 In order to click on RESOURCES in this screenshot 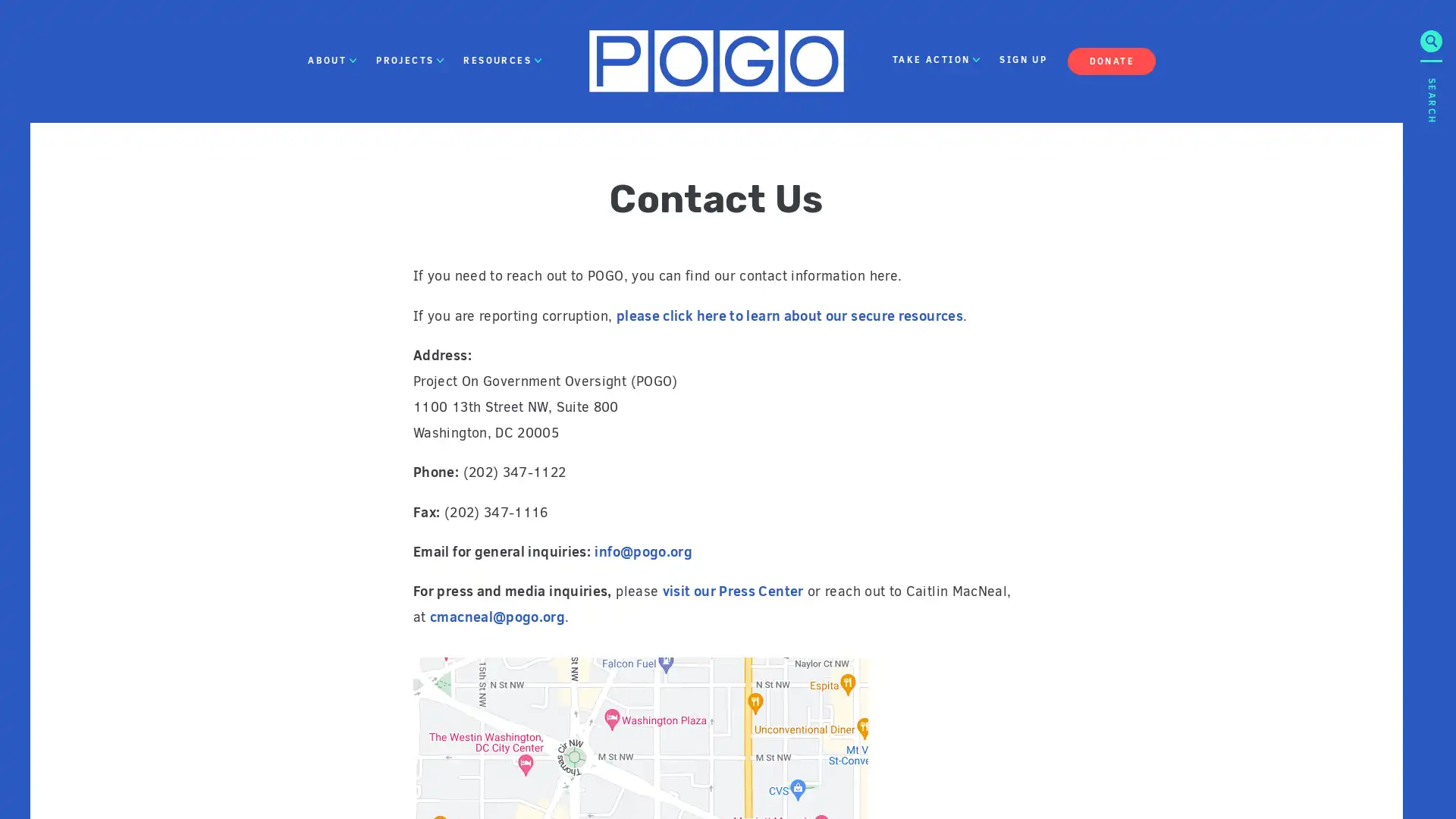, I will do `click(502, 60)`.